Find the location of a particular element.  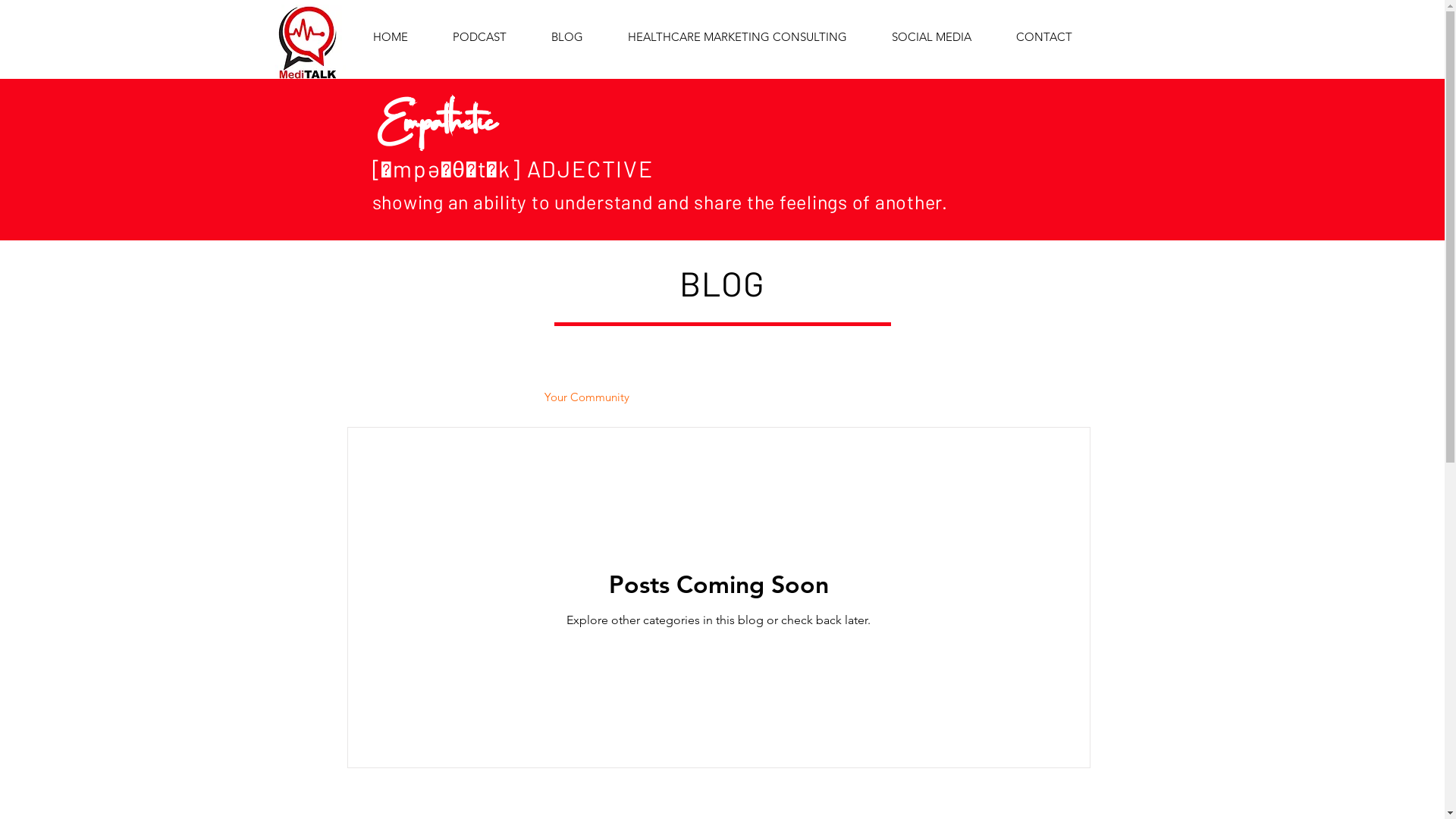

'HOME' is located at coordinates (390, 36).